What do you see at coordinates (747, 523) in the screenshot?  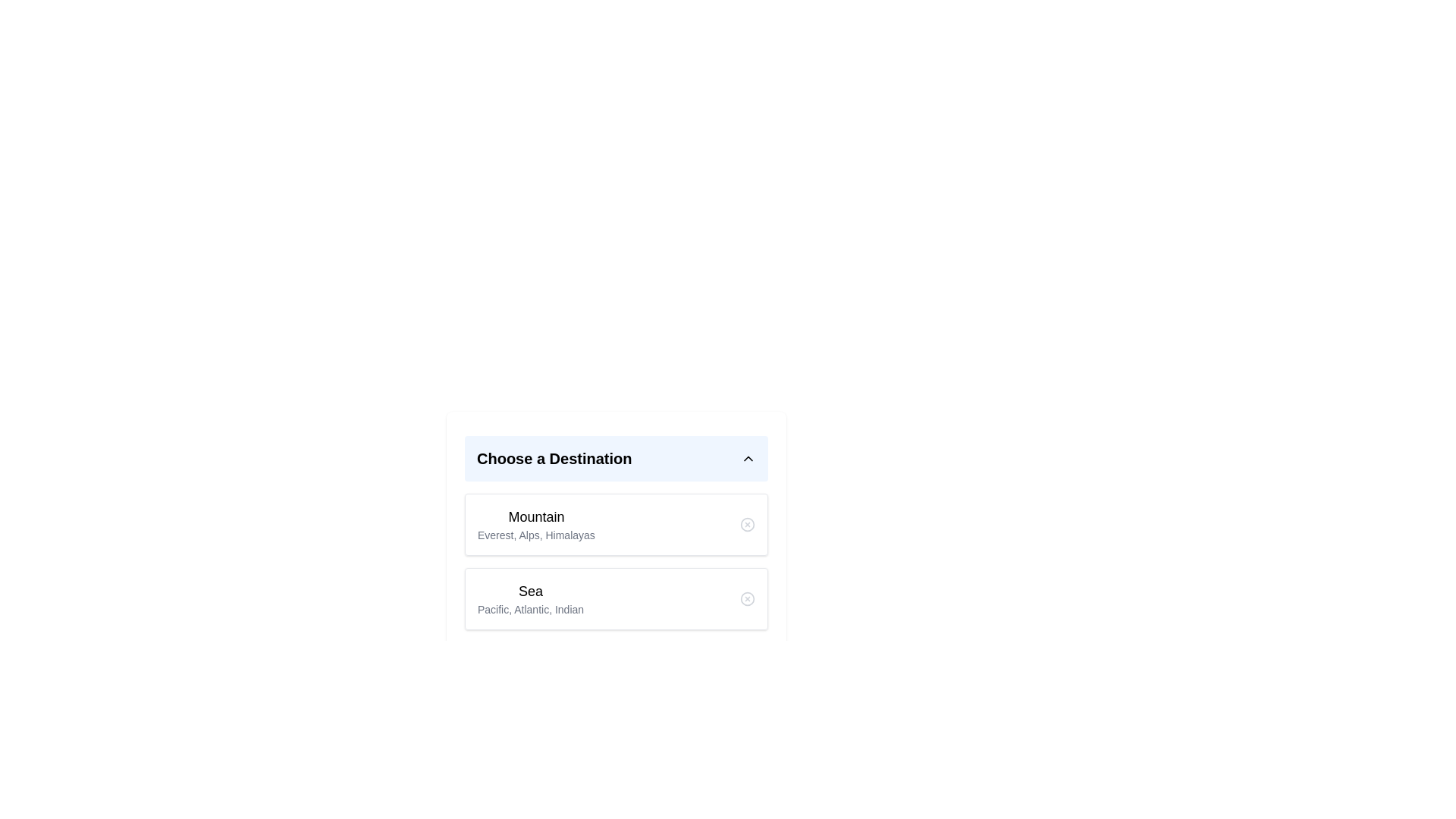 I see `the SVG circle icon associated with the 'Mountain' list item in the 'Choose a Destination' dropdown menu` at bounding box center [747, 523].